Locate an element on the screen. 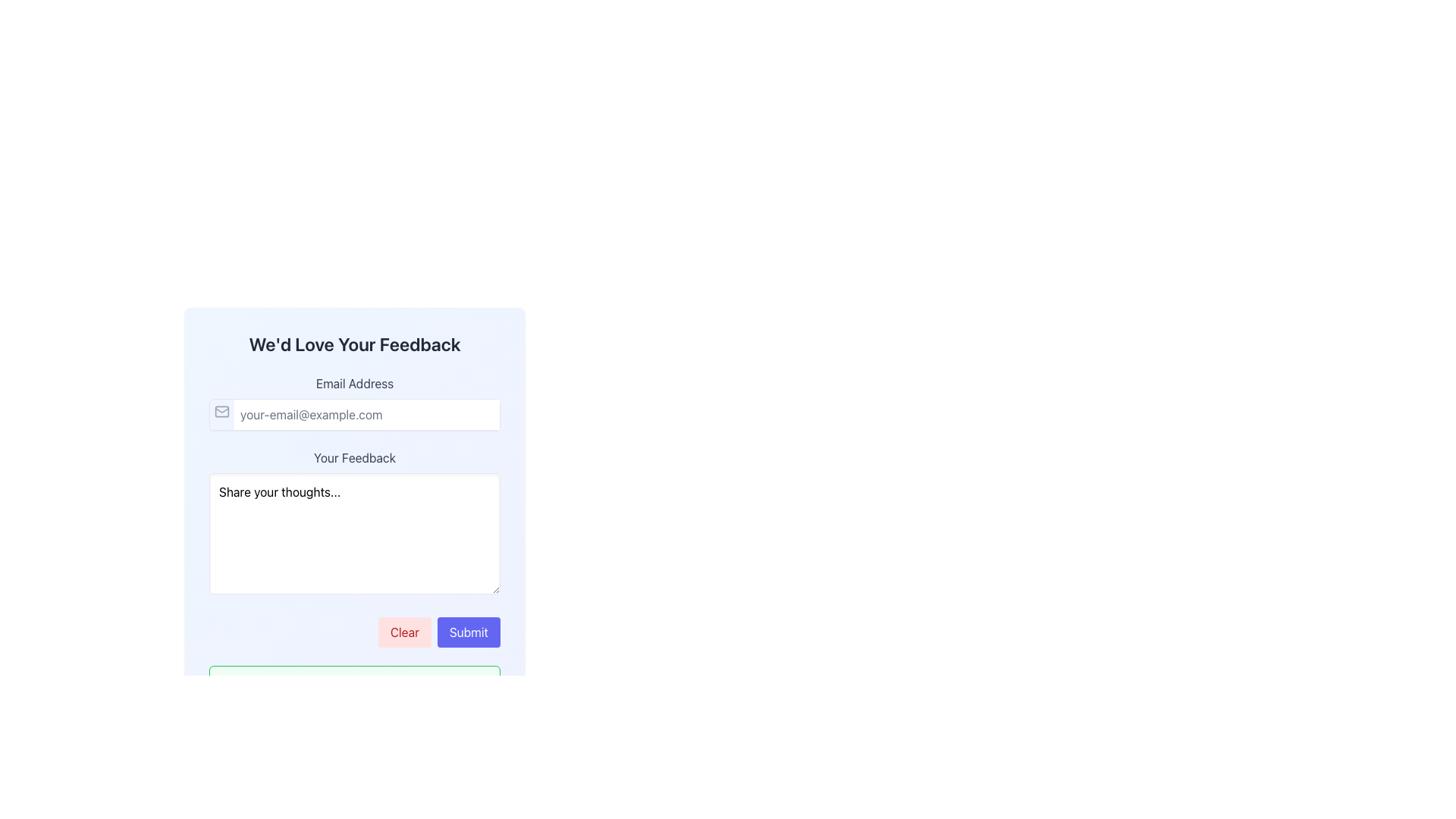  the small SVG circle located in the bottom-right corner of the feedback form interface, below the 'Submit' button is located at coordinates (479, 686).